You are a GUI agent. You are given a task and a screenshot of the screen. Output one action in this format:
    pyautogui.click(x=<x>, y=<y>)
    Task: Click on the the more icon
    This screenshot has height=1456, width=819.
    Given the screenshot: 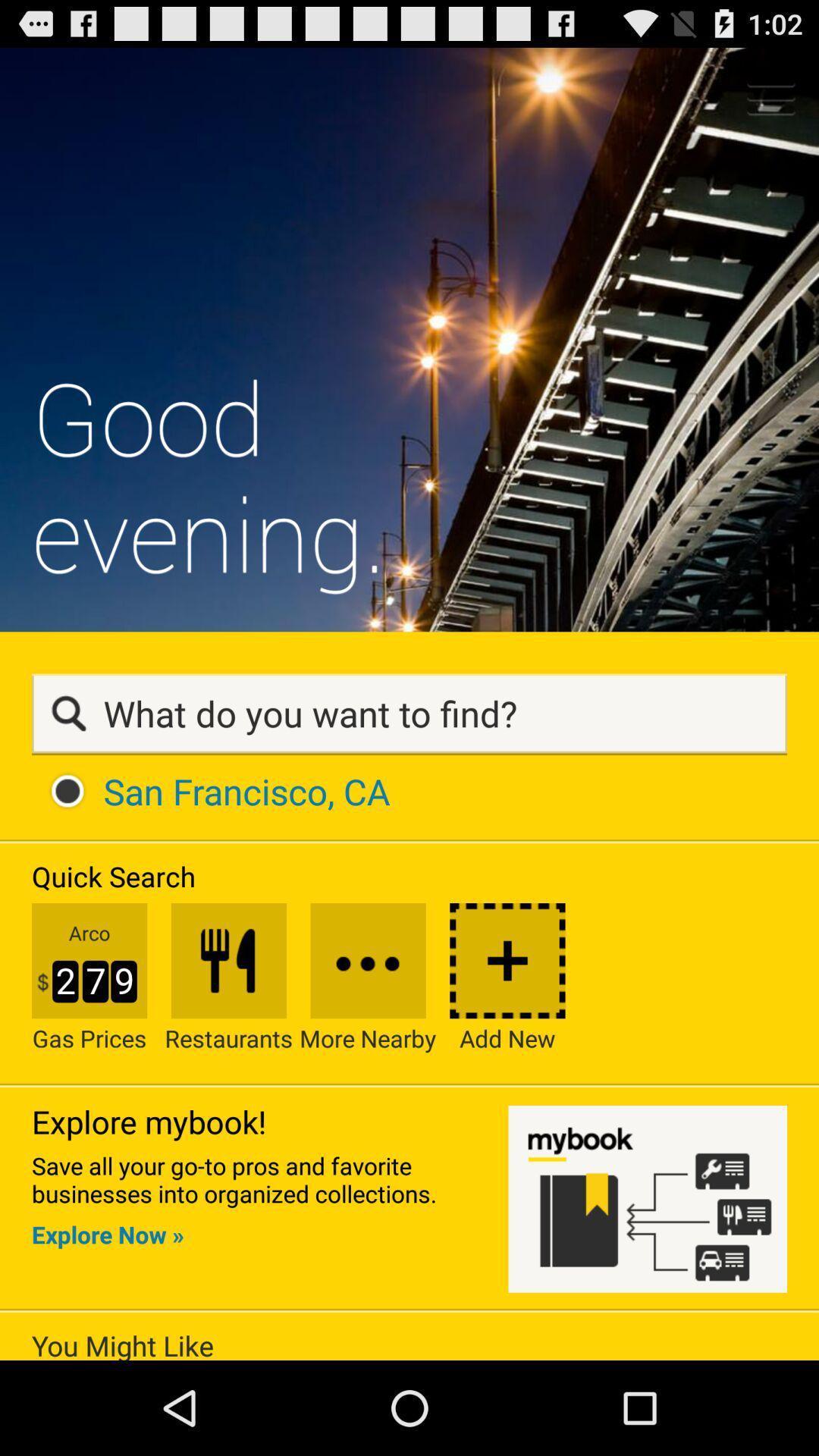 What is the action you would take?
    pyautogui.click(x=368, y=1050)
    